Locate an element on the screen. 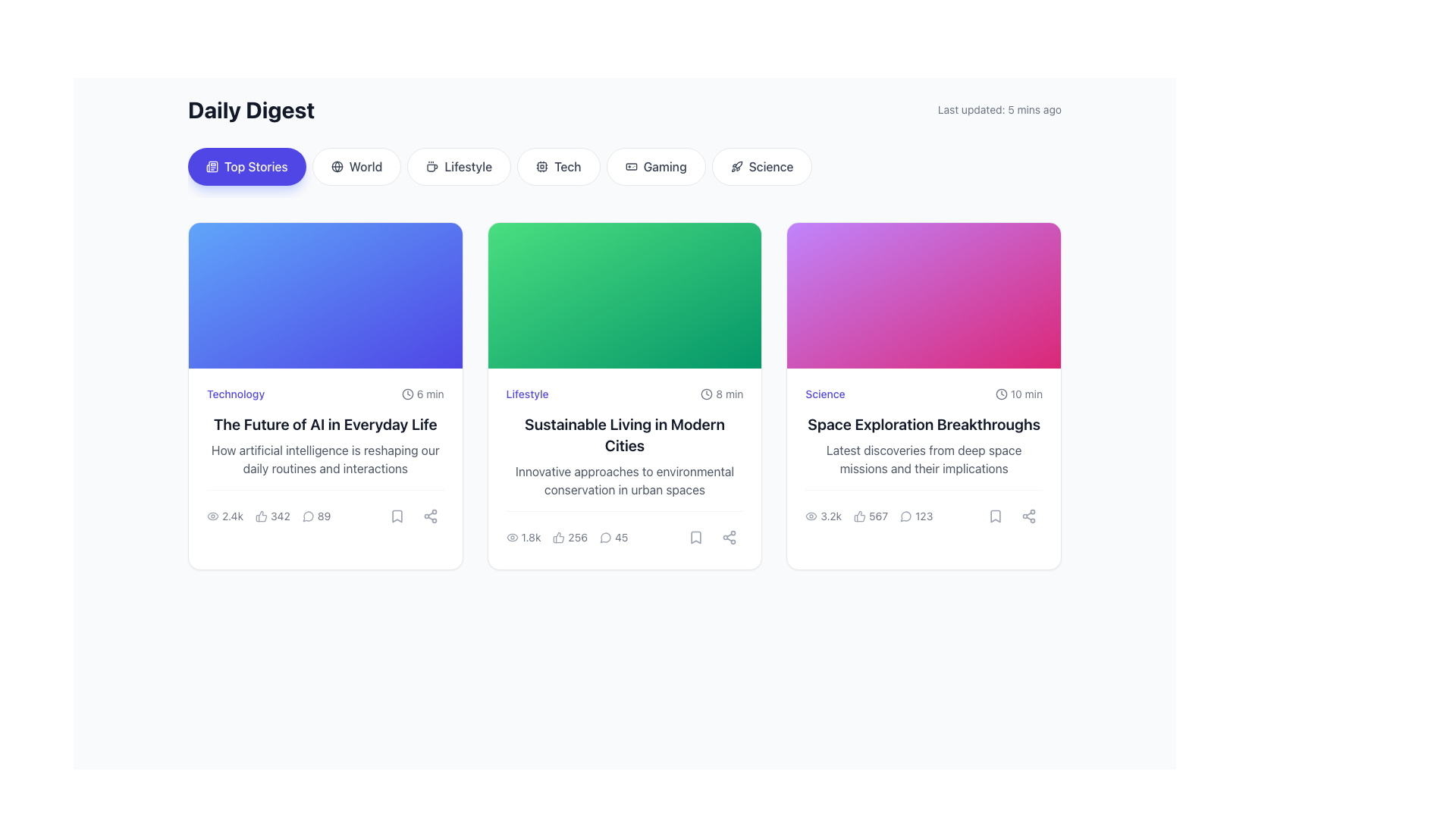 The width and height of the screenshot is (1456, 819). the share button located in the lower-right corner of the 'Sustainable Living in Modern Cities' card is located at coordinates (729, 537).